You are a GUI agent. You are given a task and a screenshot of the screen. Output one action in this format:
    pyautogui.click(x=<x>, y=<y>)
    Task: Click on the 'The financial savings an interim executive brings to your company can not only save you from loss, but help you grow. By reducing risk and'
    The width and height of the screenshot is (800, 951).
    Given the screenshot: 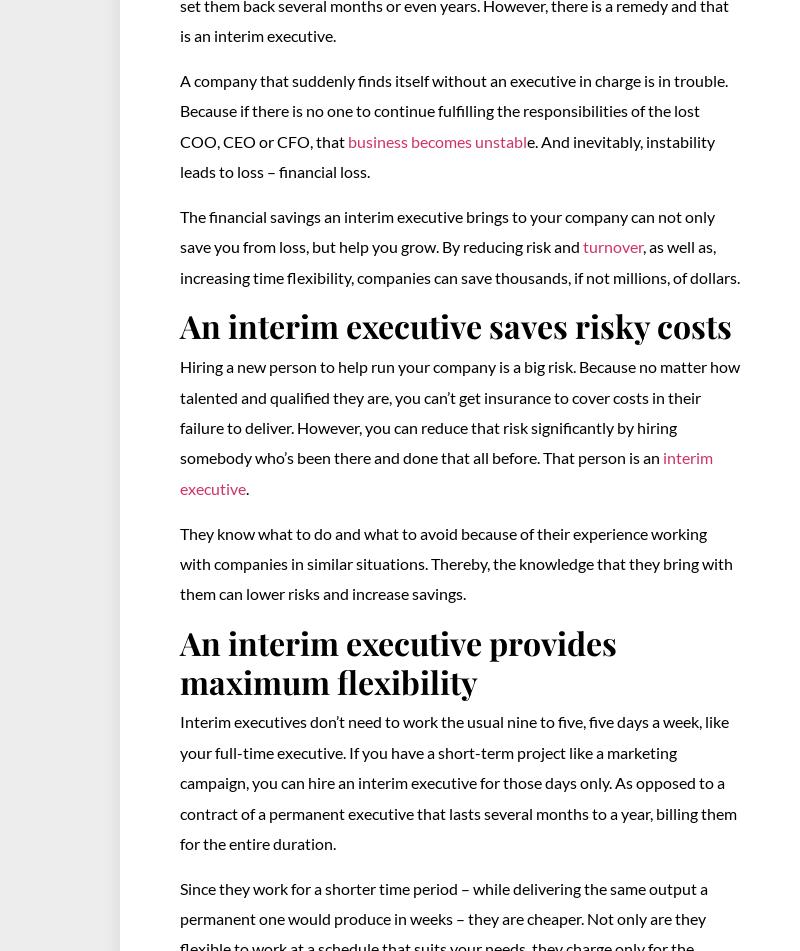 What is the action you would take?
    pyautogui.click(x=446, y=230)
    